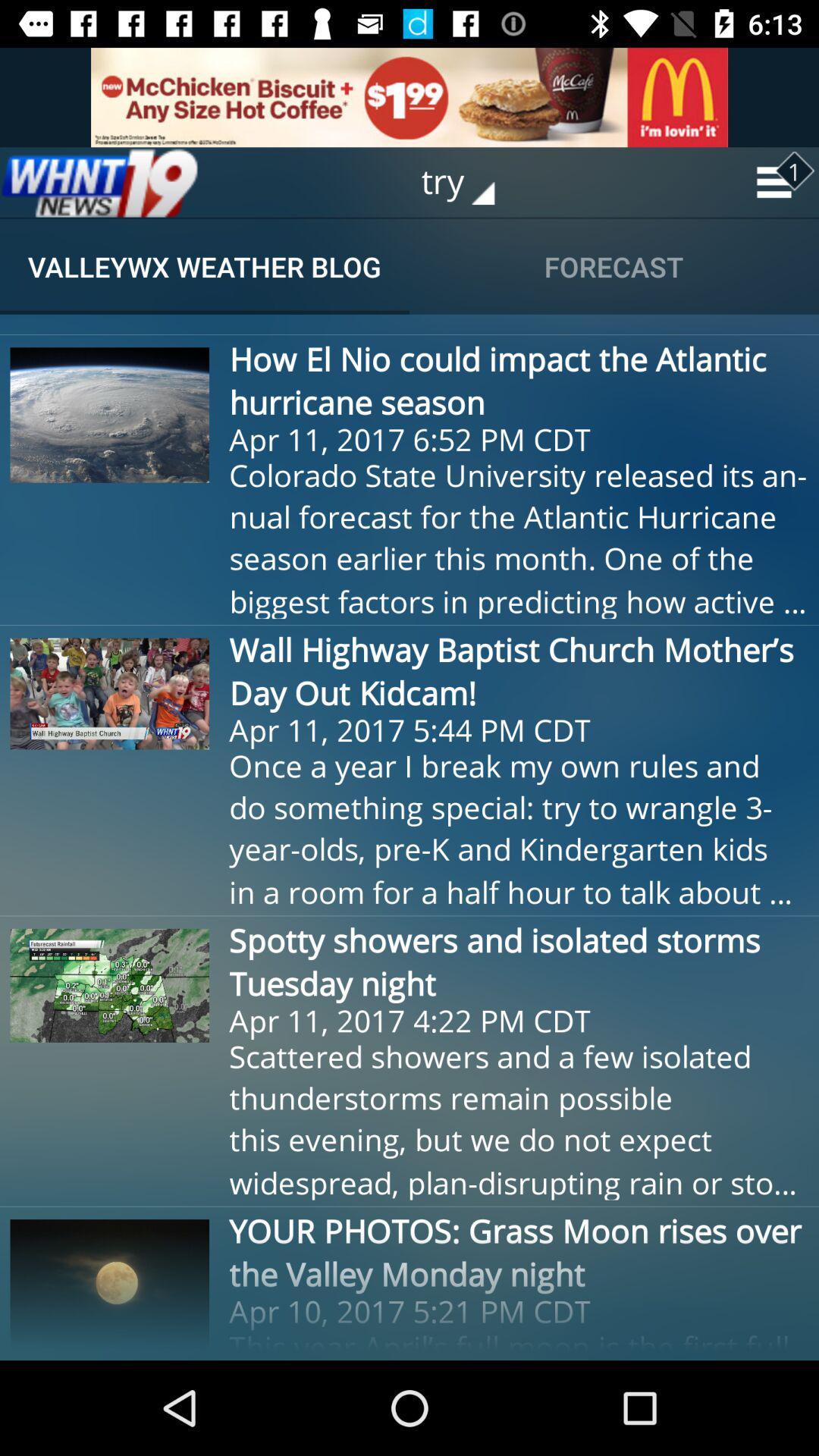 The image size is (819, 1456). What do you see at coordinates (99, 182) in the screenshot?
I see `home` at bounding box center [99, 182].